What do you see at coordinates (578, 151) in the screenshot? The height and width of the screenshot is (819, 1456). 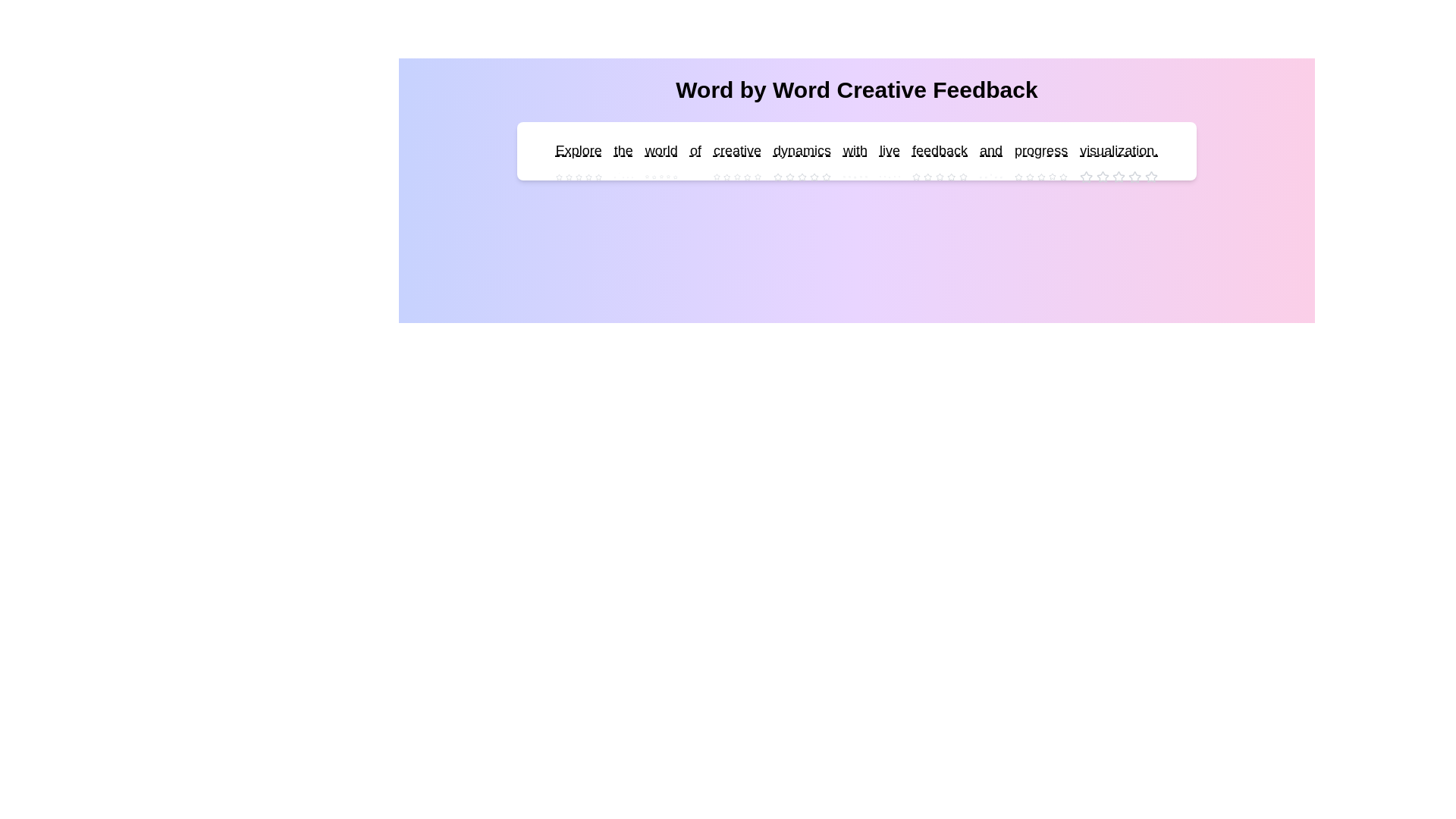 I see `the word 'Explore' to see its interactive area` at bounding box center [578, 151].